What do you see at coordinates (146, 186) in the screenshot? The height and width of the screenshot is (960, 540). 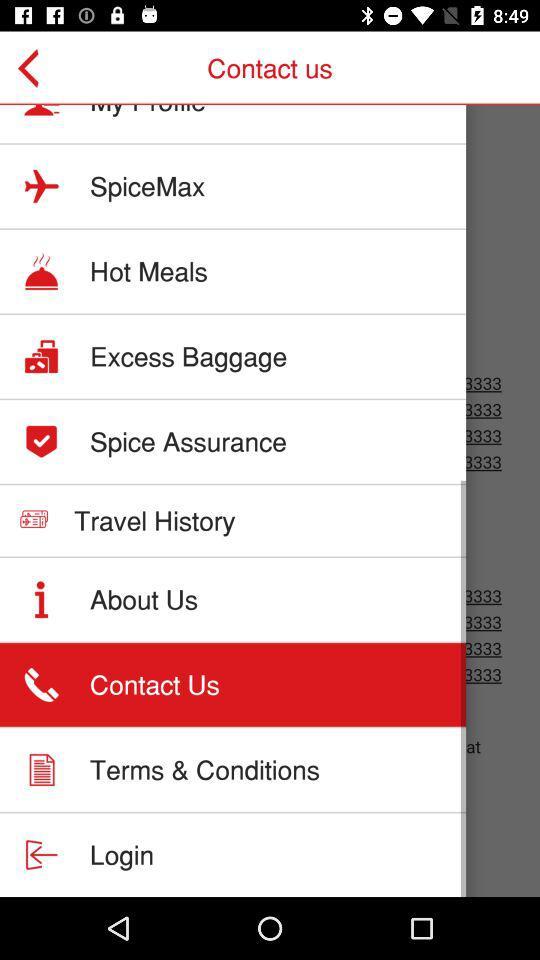 I see `spicemax` at bounding box center [146, 186].